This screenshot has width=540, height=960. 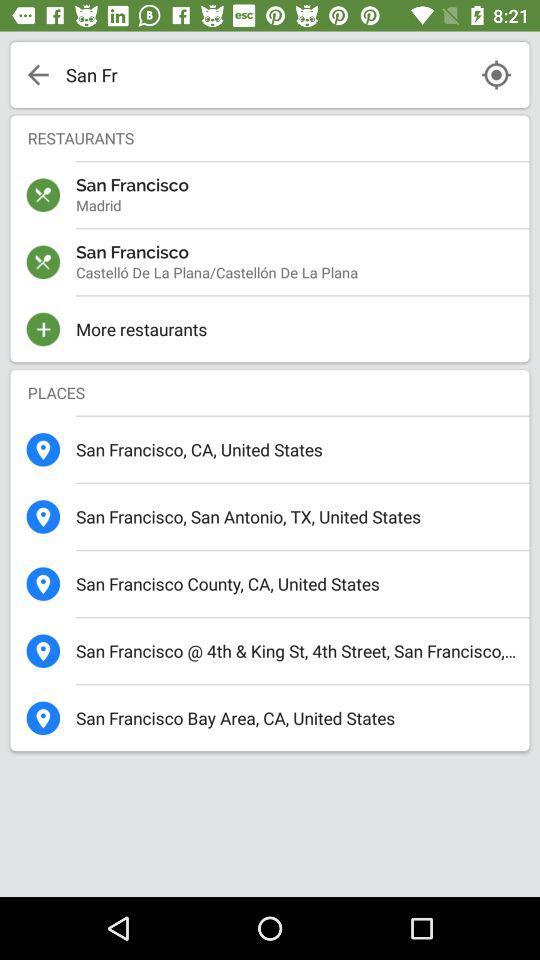 I want to click on the plus icon, so click(x=43, y=329).